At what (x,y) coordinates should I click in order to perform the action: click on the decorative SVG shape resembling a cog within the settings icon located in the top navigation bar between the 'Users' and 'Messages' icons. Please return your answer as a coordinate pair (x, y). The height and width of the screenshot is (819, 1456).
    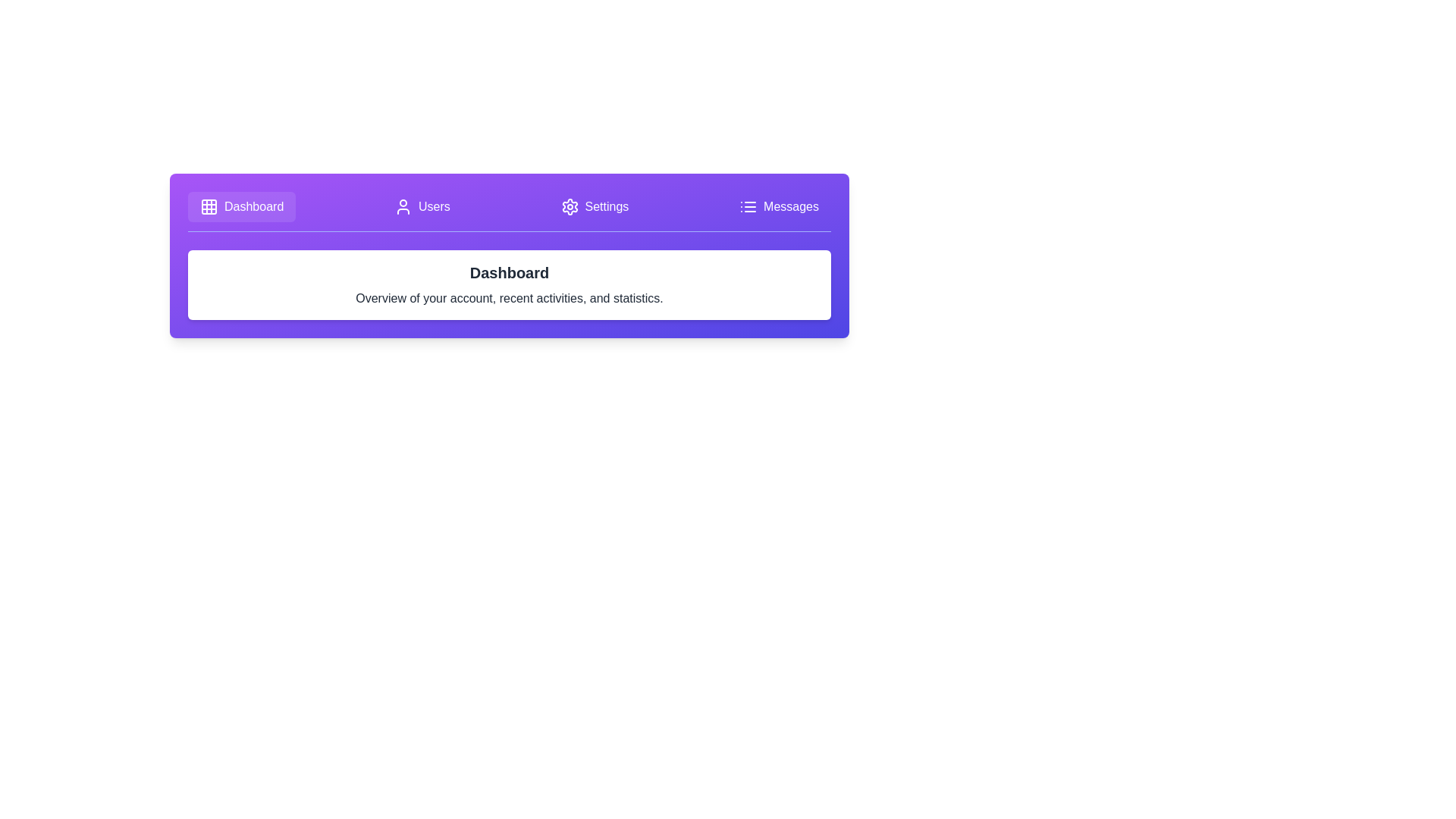
    Looking at the image, I should click on (569, 207).